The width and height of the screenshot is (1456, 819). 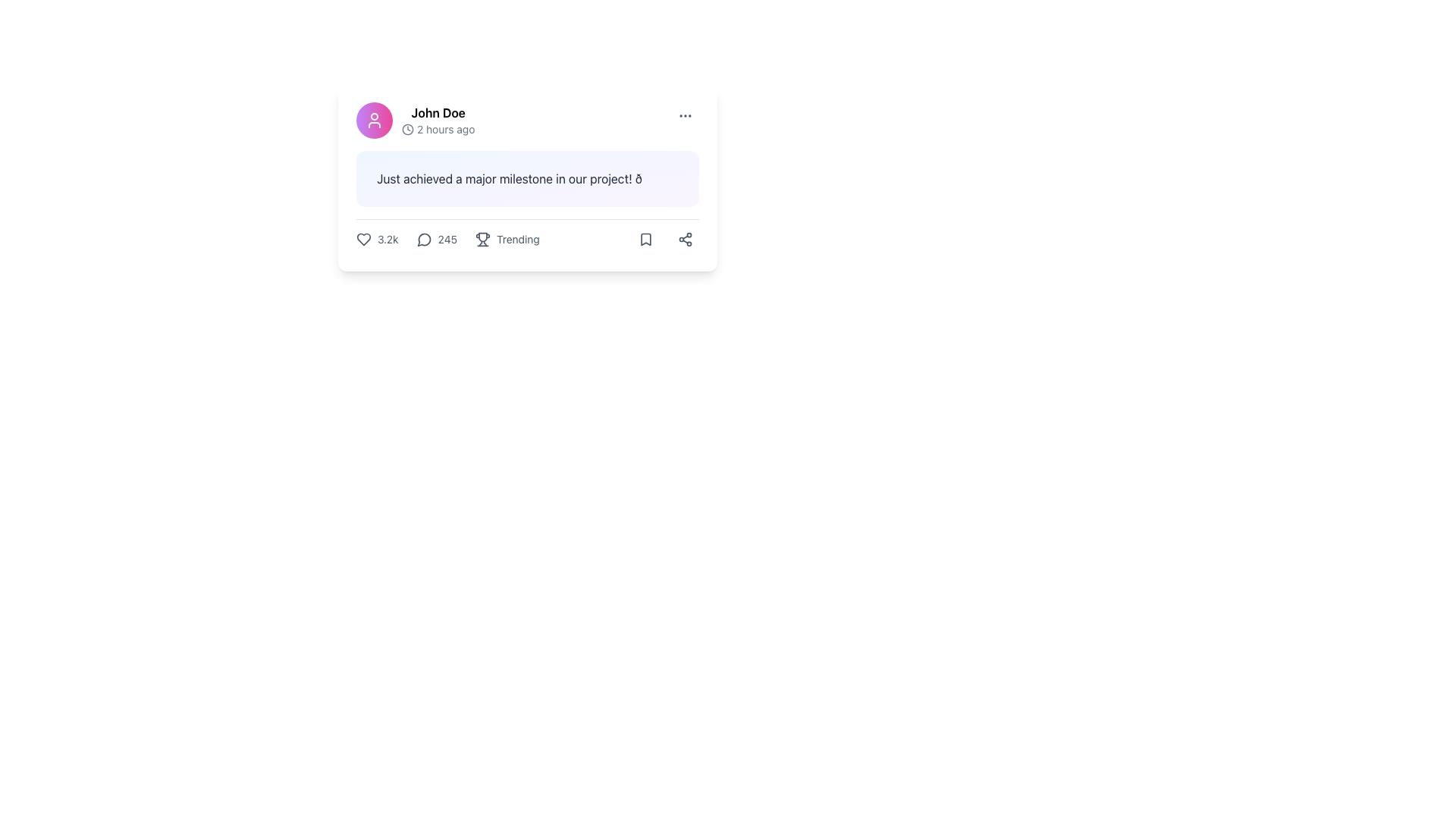 What do you see at coordinates (528, 177) in the screenshot?
I see `the text block that reads 'Just achieved a major milestone in our project! 🎉', which is styled in gray and located within a card layout below 'John Doe' and '2 hours ago'` at bounding box center [528, 177].